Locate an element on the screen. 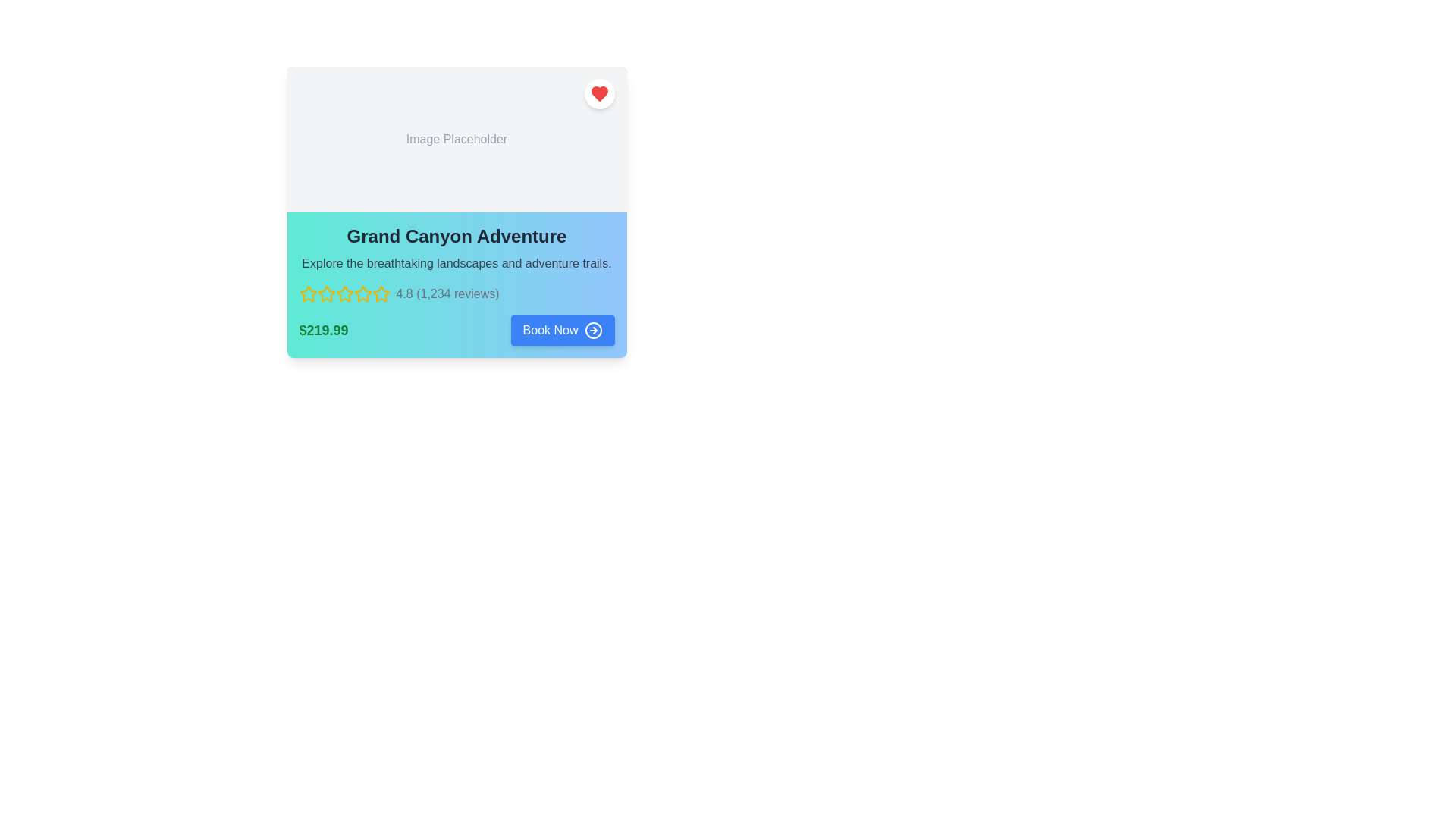 Image resolution: width=1456 pixels, height=819 pixels. the 'Book Now' button located at the bottom-right of the 'Grand Canyon Adventure' card to initiate the booking process is located at coordinates (562, 329).